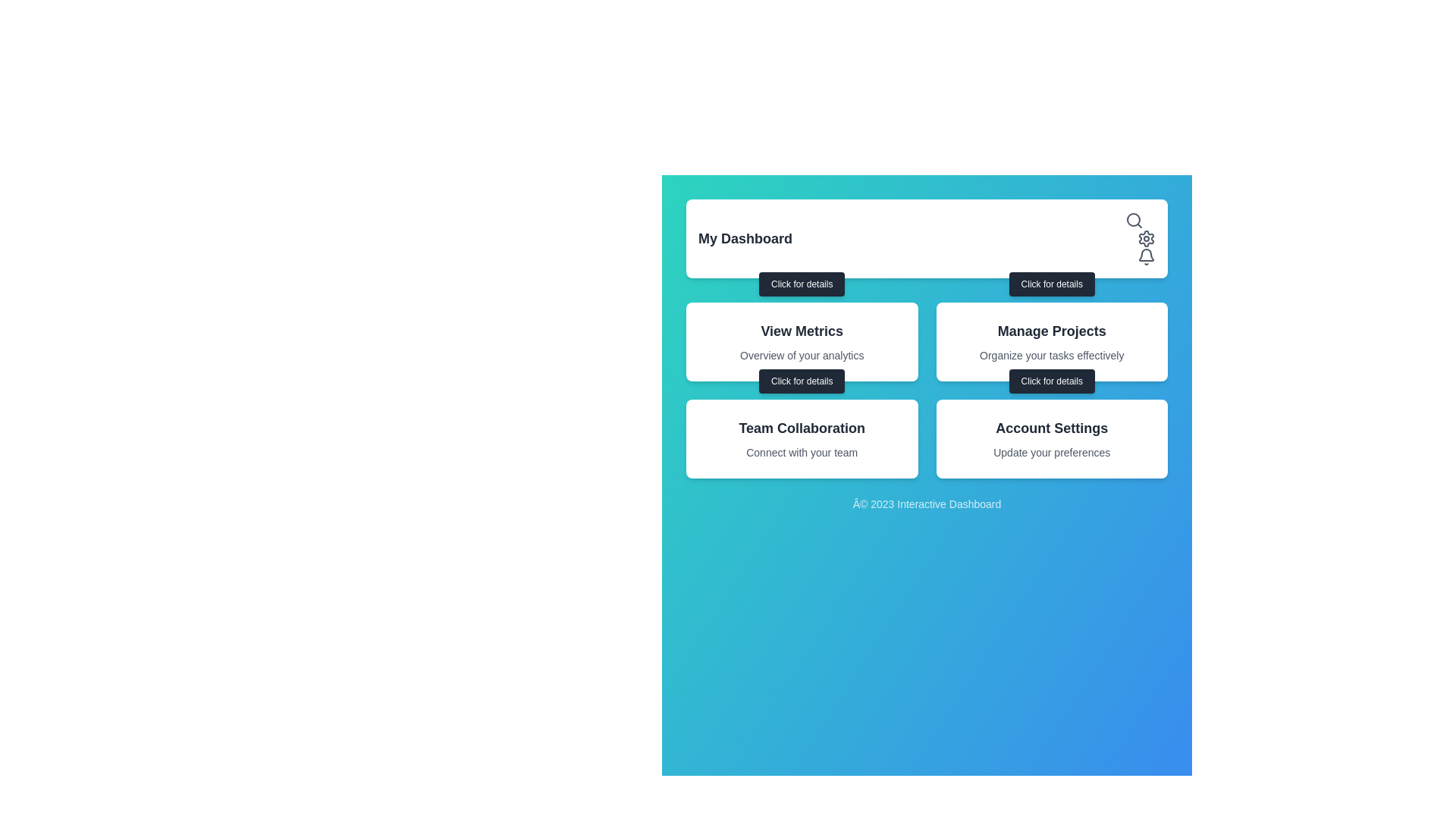  I want to click on the gear icon button located in the upper right section of the interface, so click(1147, 239).